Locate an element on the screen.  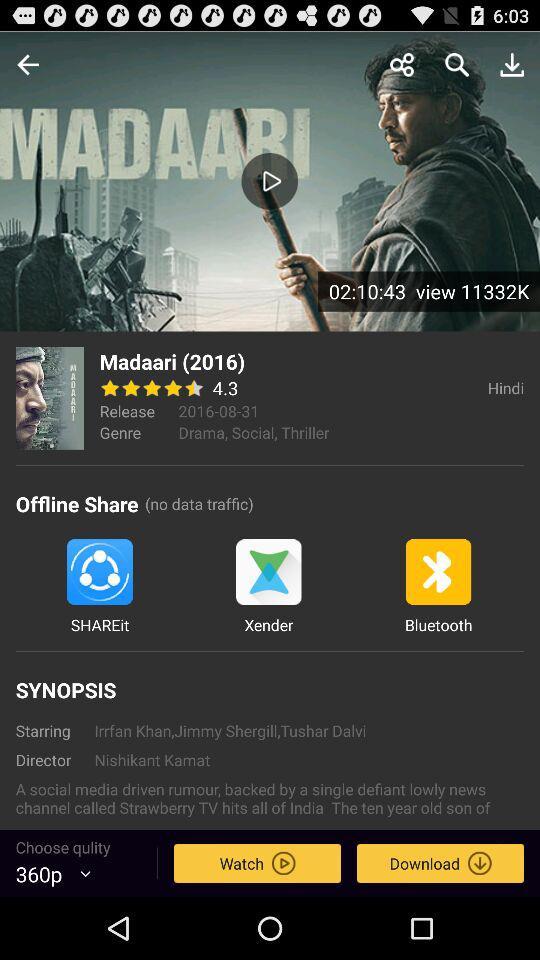
the arrow_backward icon is located at coordinates (26, 69).